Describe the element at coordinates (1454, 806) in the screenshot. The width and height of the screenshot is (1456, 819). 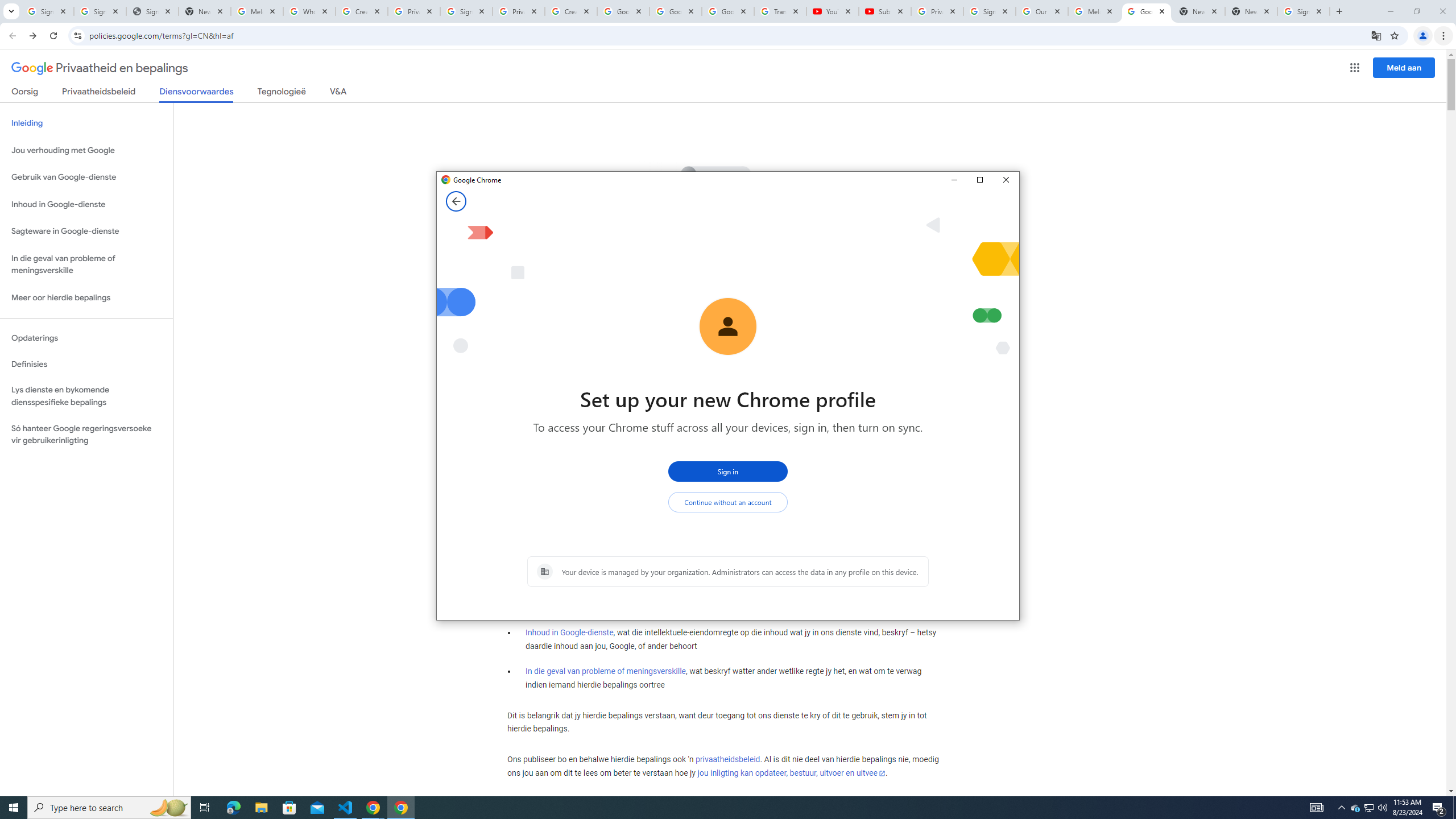
I see `'Show desktop'` at that location.